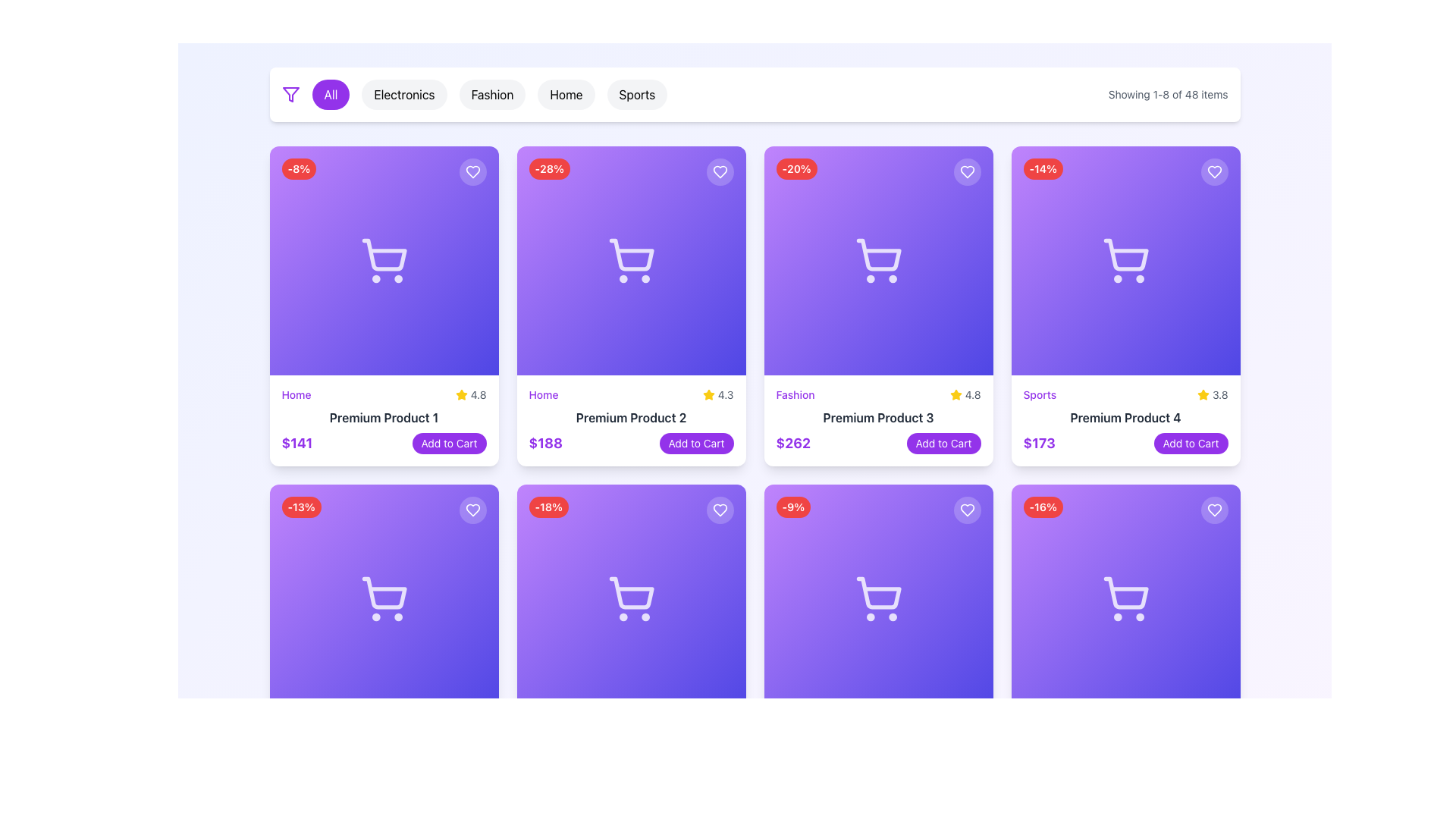 Image resolution: width=1456 pixels, height=819 pixels. What do you see at coordinates (1125, 592) in the screenshot?
I see `the central component of the shopping cart icon located in the fourth column of the second row of the grid layout` at bounding box center [1125, 592].